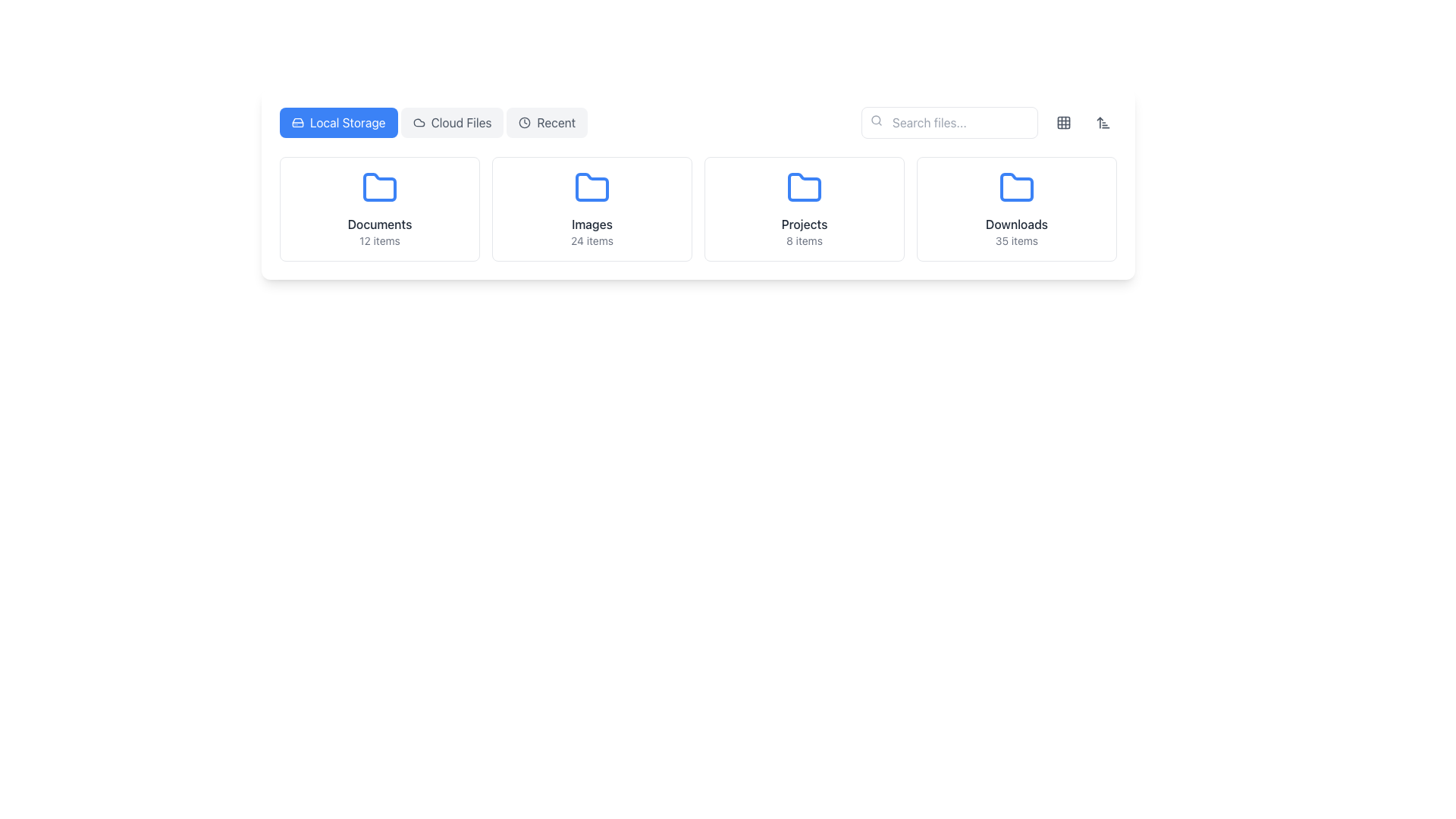  What do you see at coordinates (949, 122) in the screenshot?
I see `the text input box located towards the top-right of the interface by using keyboard shortcuts to input search parameters` at bounding box center [949, 122].